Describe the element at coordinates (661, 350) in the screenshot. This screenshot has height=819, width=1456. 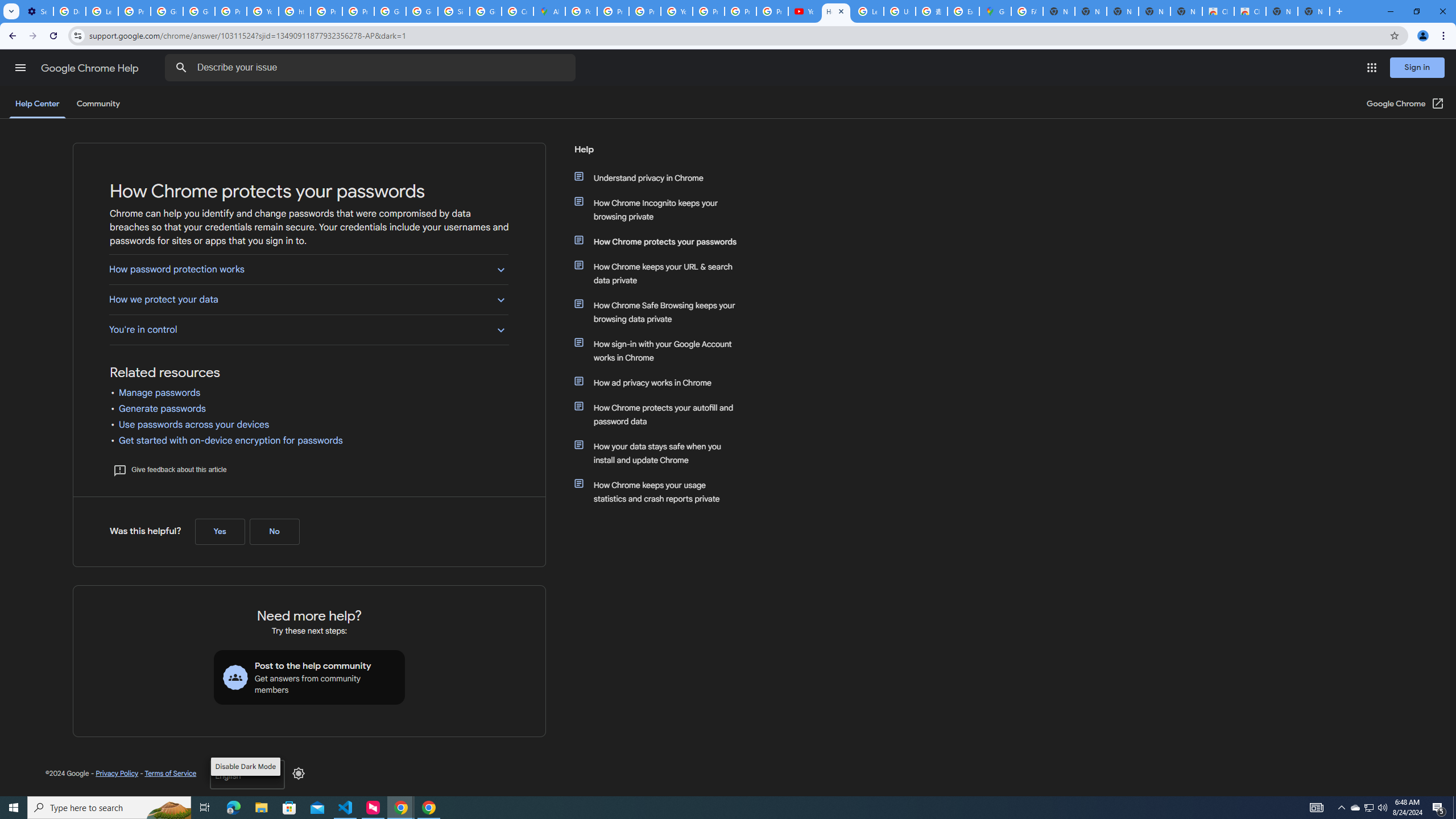
I see `'How sign-in with your Google Account works in Chrome'` at that location.